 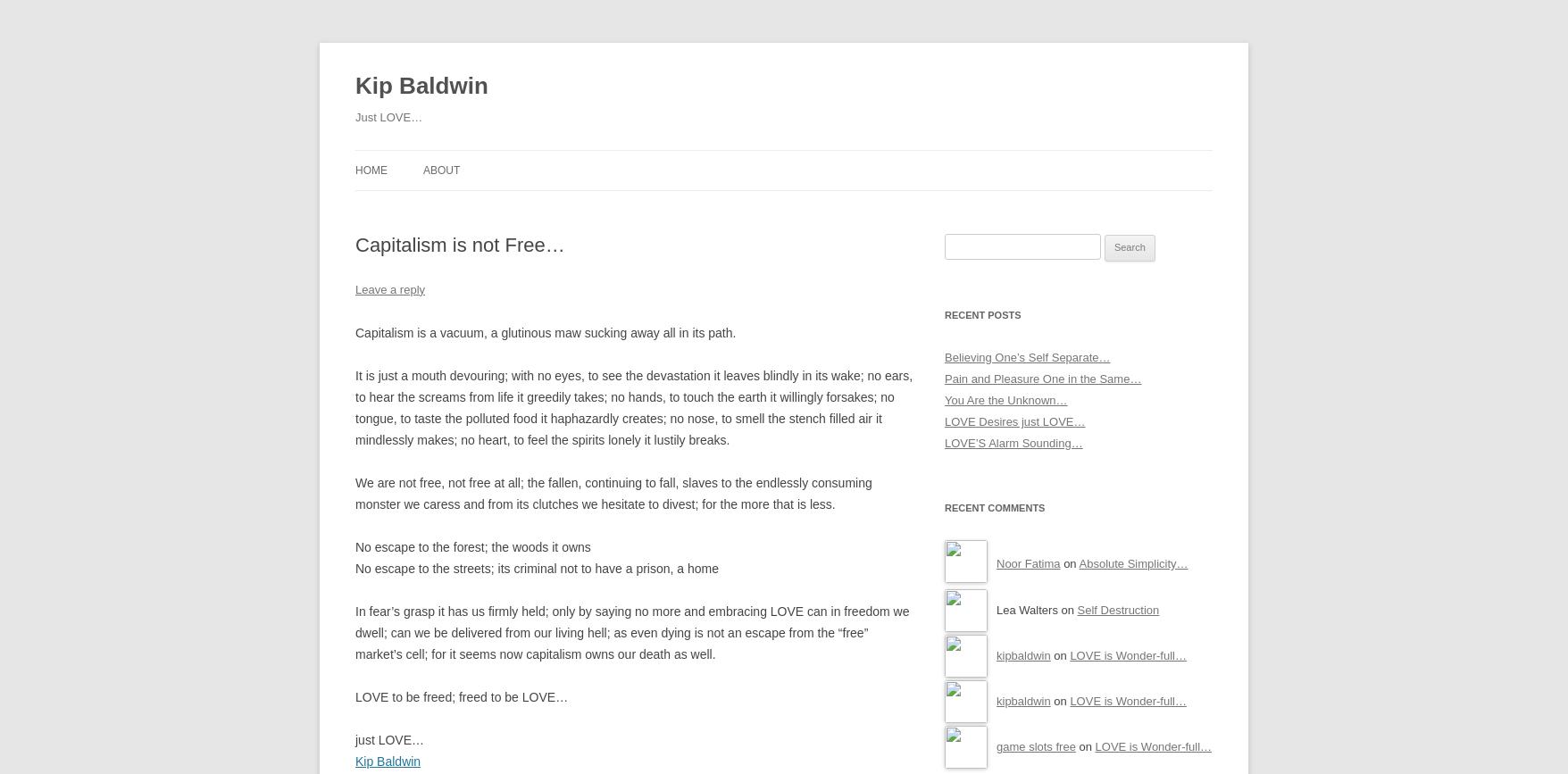 What do you see at coordinates (1013, 442) in the screenshot?
I see `'LOVE’S Alarm Sounding…'` at bounding box center [1013, 442].